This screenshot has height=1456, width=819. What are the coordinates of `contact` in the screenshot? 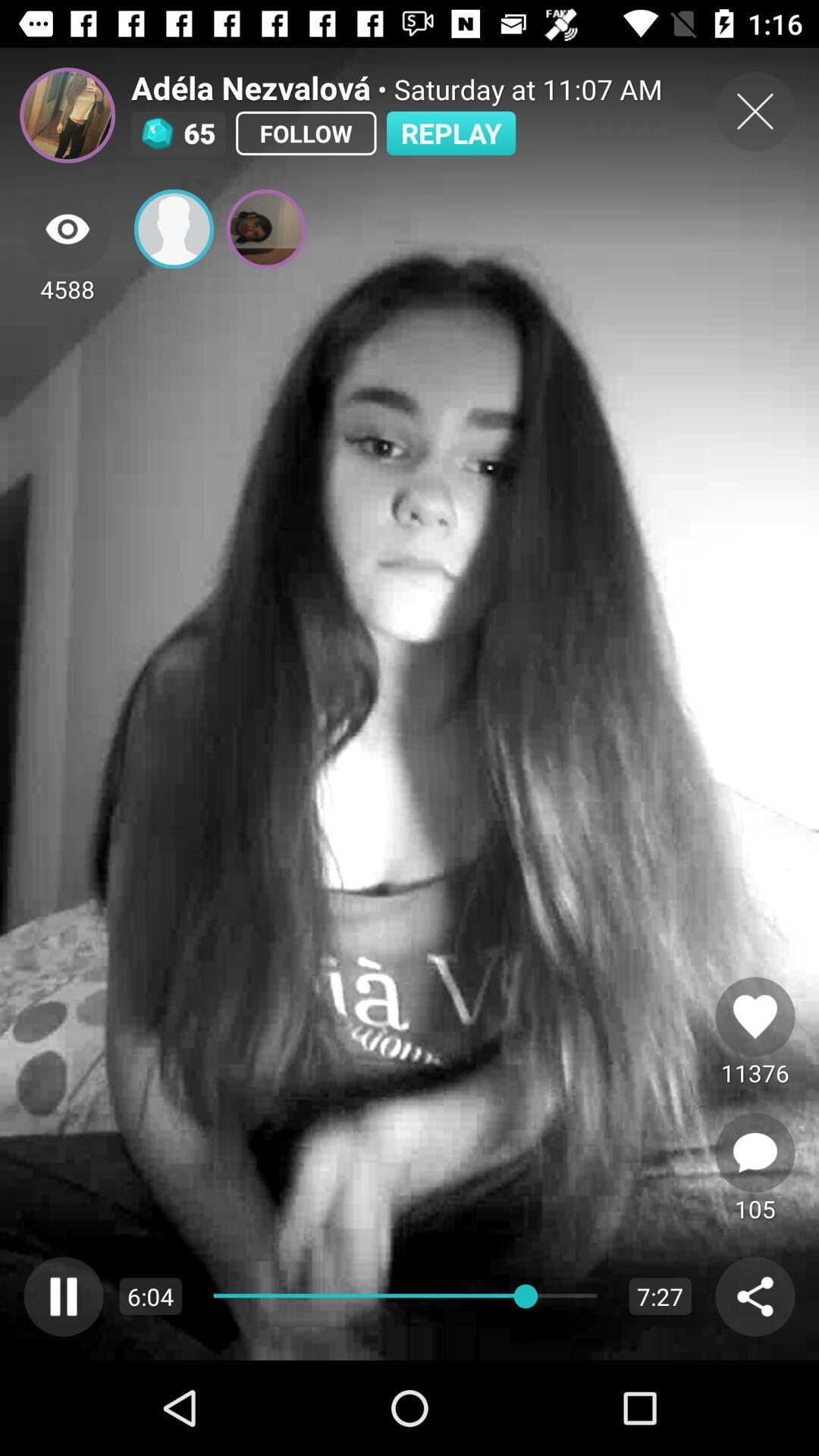 It's located at (173, 228).